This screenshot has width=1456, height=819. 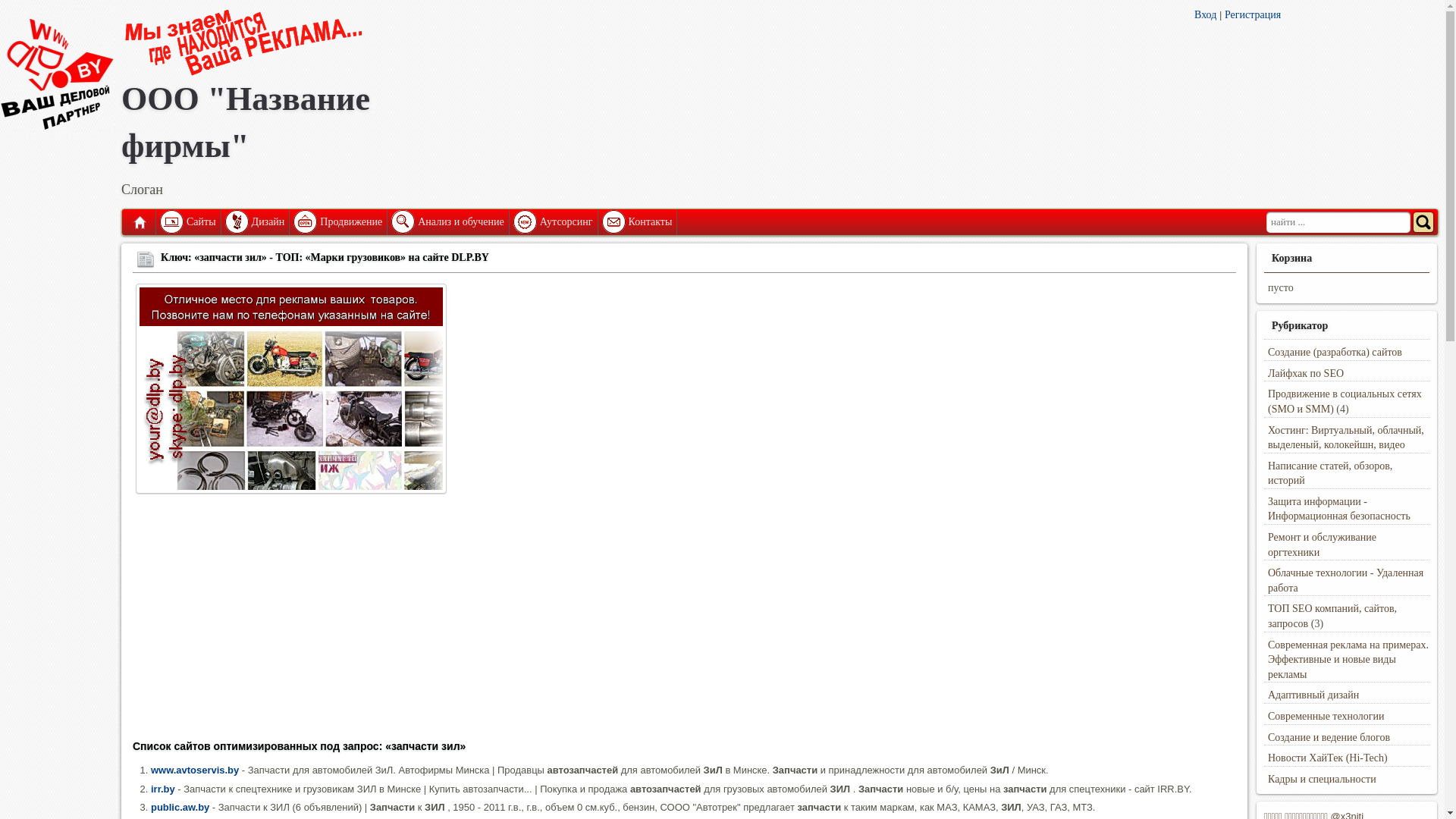 What do you see at coordinates (163, 788) in the screenshot?
I see `'irr.by'` at bounding box center [163, 788].